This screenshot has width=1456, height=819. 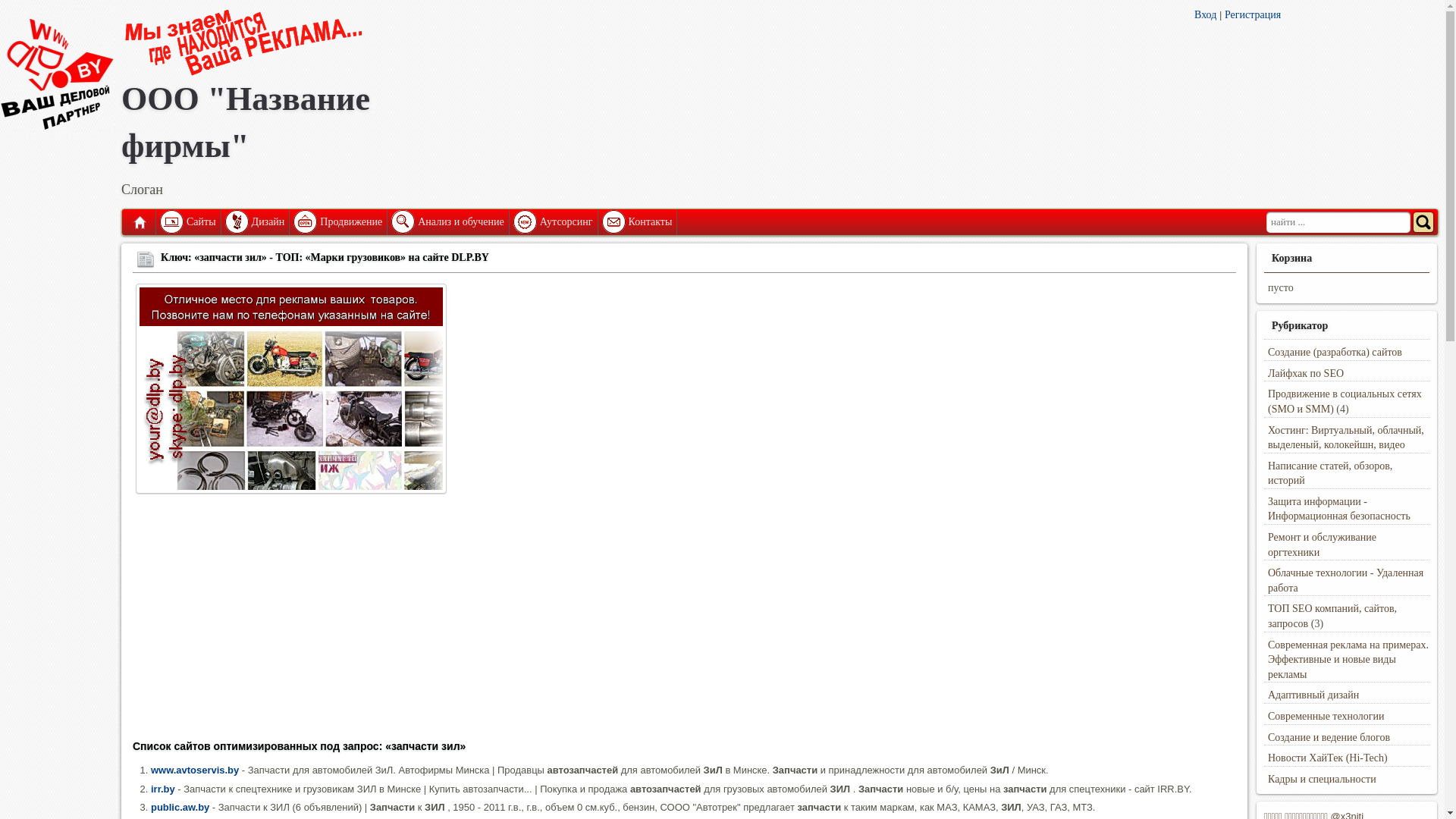 What do you see at coordinates (163, 788) in the screenshot?
I see `'irr.by'` at bounding box center [163, 788].